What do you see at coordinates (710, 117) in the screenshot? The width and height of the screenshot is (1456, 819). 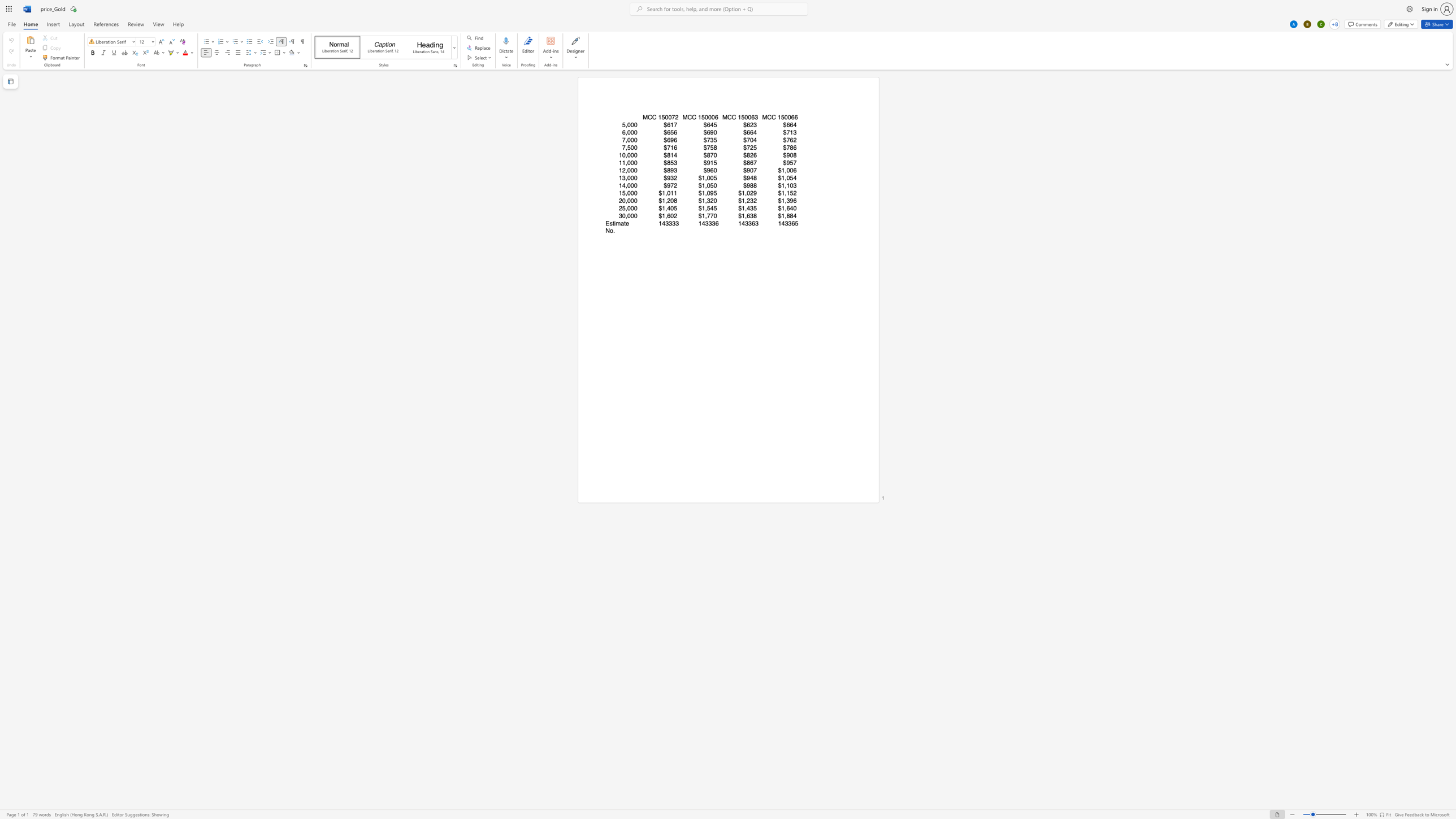 I see `the space between the continuous character "0" and "0" in the text` at bounding box center [710, 117].